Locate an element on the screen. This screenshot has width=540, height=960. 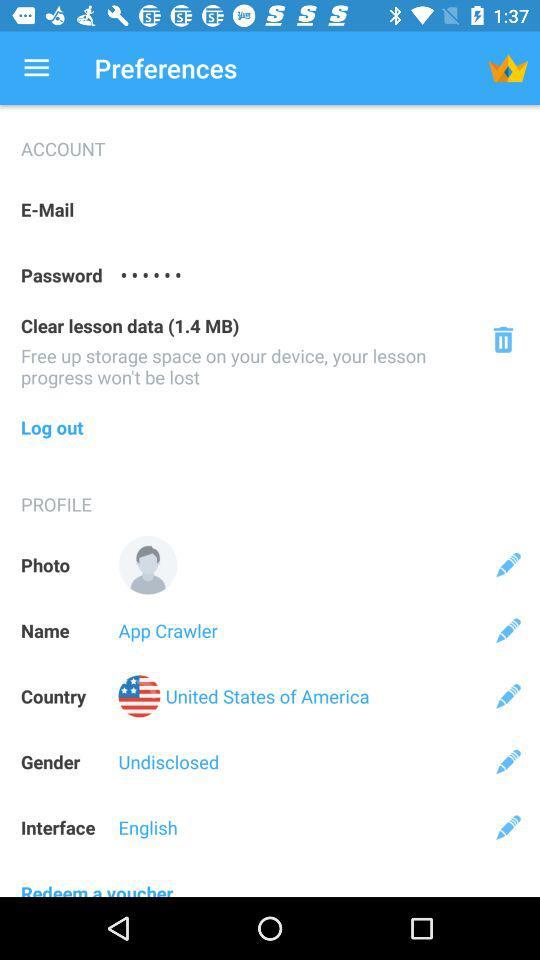
edit the photo is located at coordinates (508, 565).